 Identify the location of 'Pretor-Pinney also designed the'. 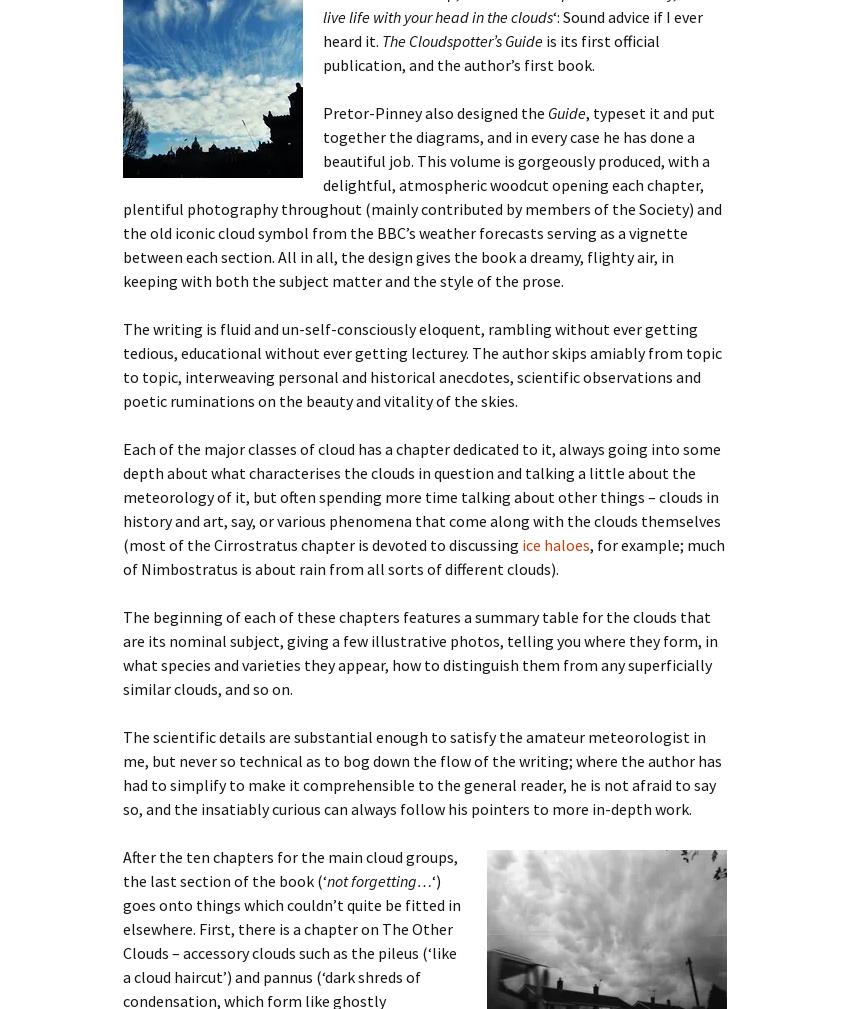
(434, 112).